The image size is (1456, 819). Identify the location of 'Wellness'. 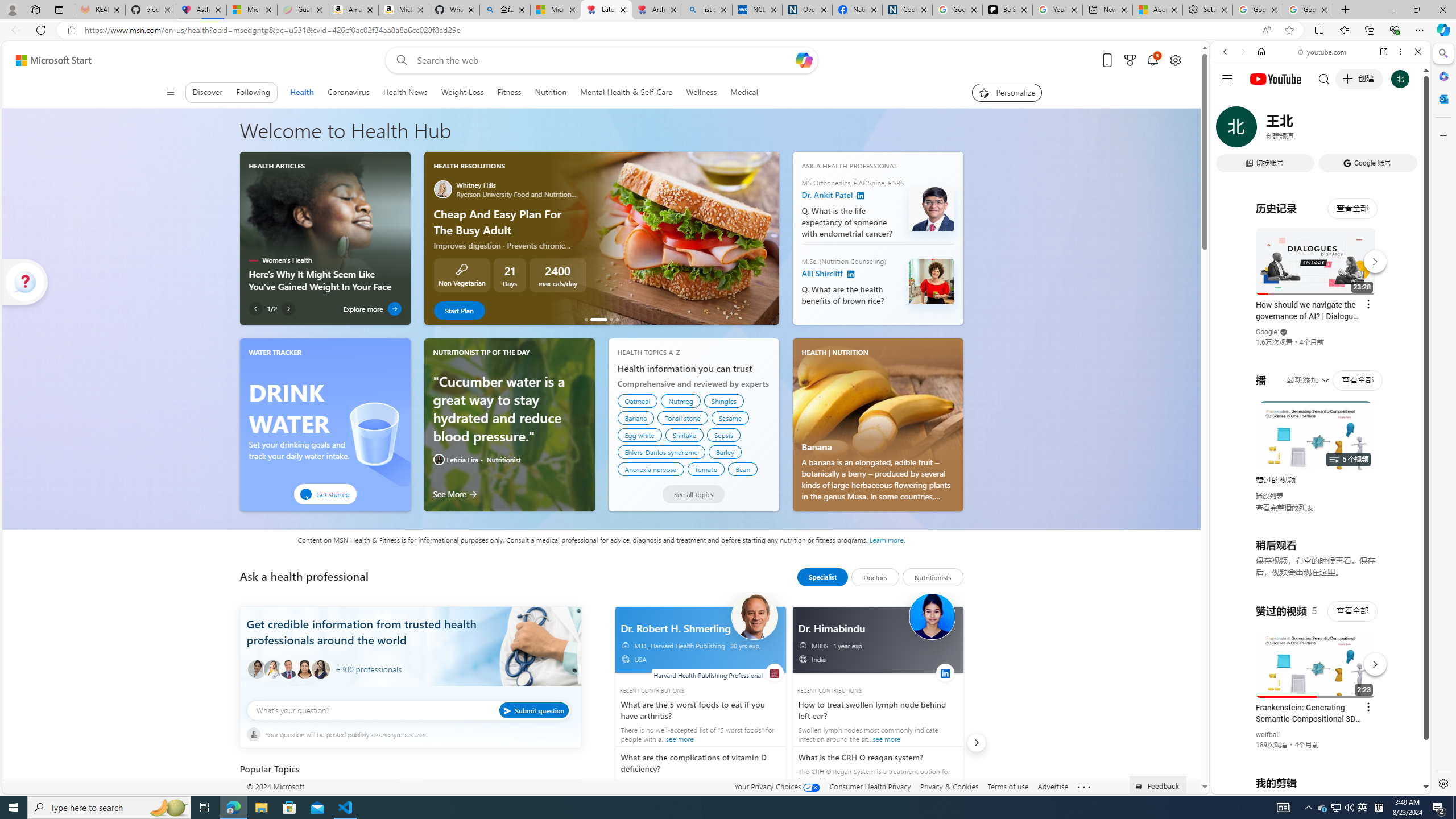
(700, 92).